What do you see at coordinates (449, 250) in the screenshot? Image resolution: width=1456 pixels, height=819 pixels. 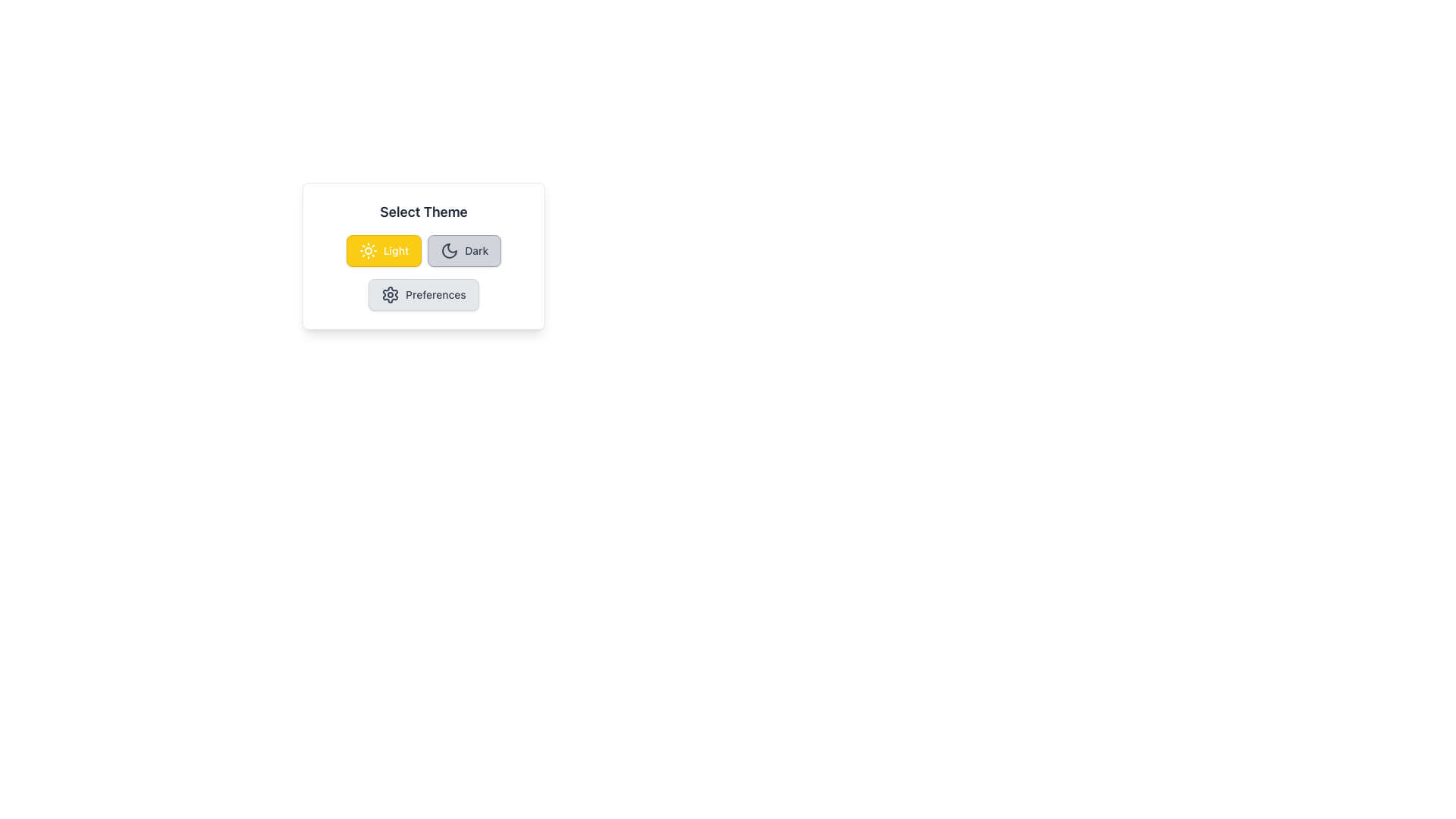 I see `the icon representing the 'Dark' theme option located in the upper-right corner of the 'Dark' theme button` at bounding box center [449, 250].